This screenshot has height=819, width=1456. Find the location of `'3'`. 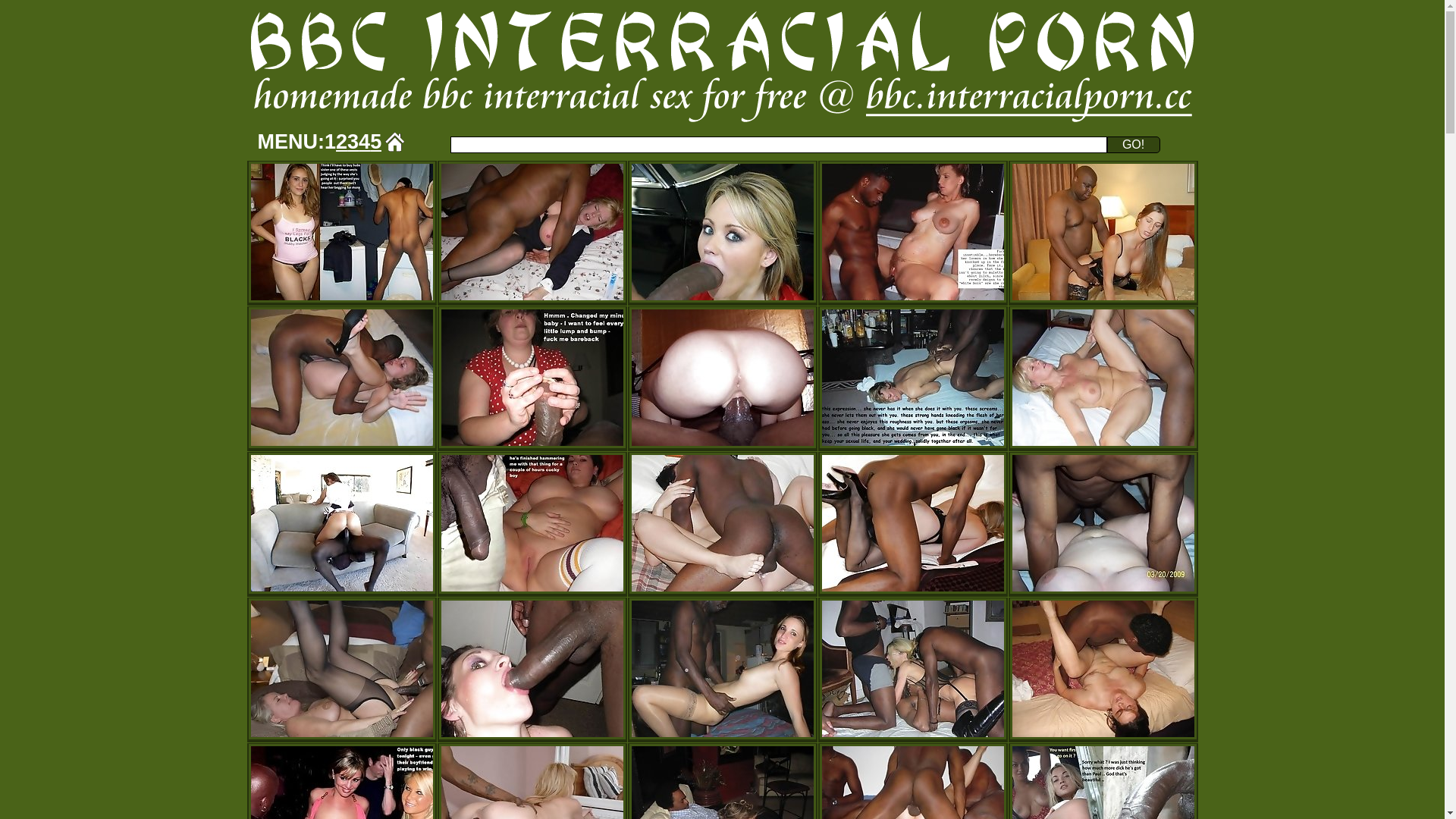

'3' is located at coordinates (352, 141).